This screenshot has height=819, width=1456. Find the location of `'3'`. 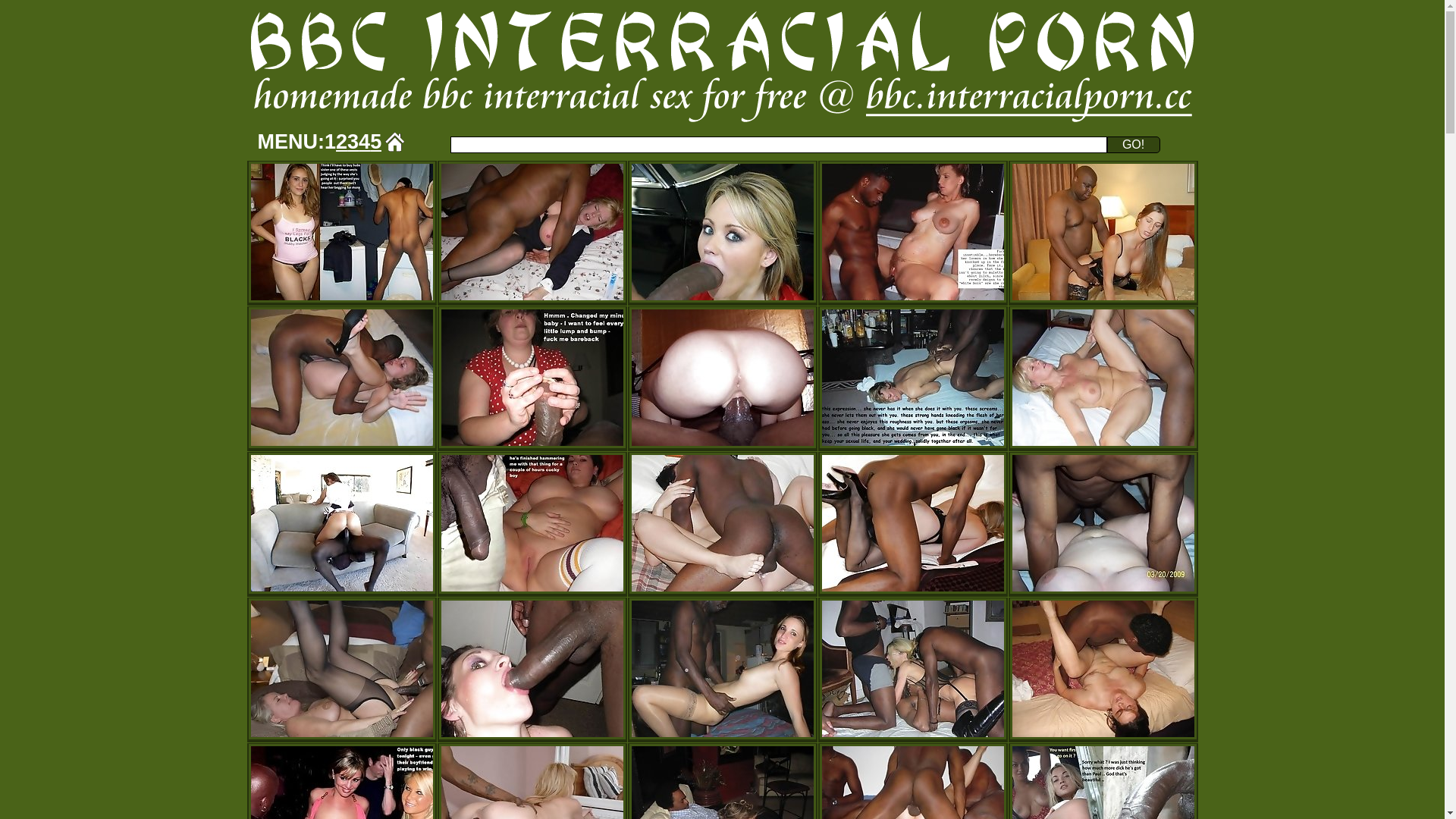

'3' is located at coordinates (352, 141).